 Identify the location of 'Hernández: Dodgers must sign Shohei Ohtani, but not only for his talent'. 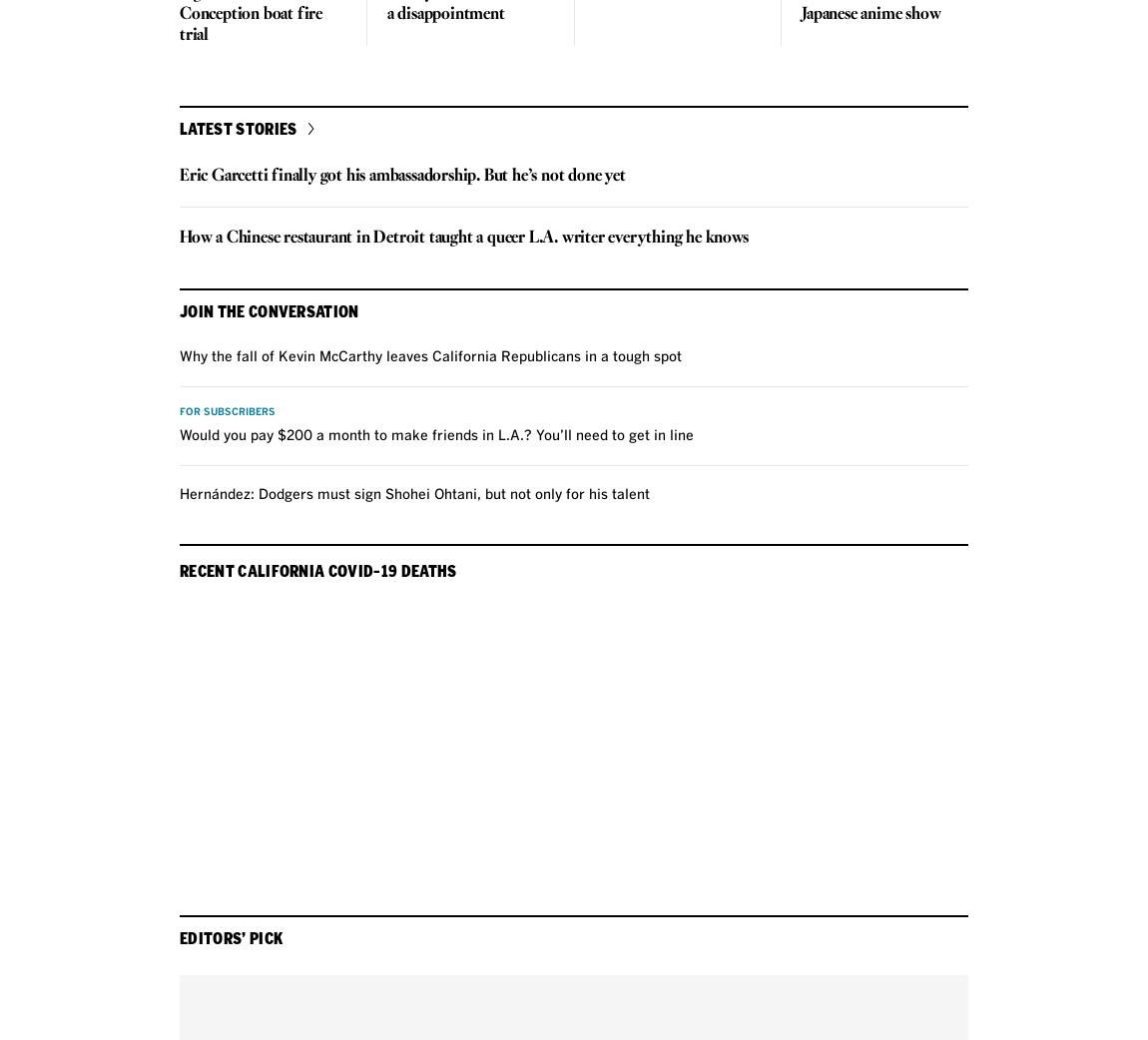
(414, 494).